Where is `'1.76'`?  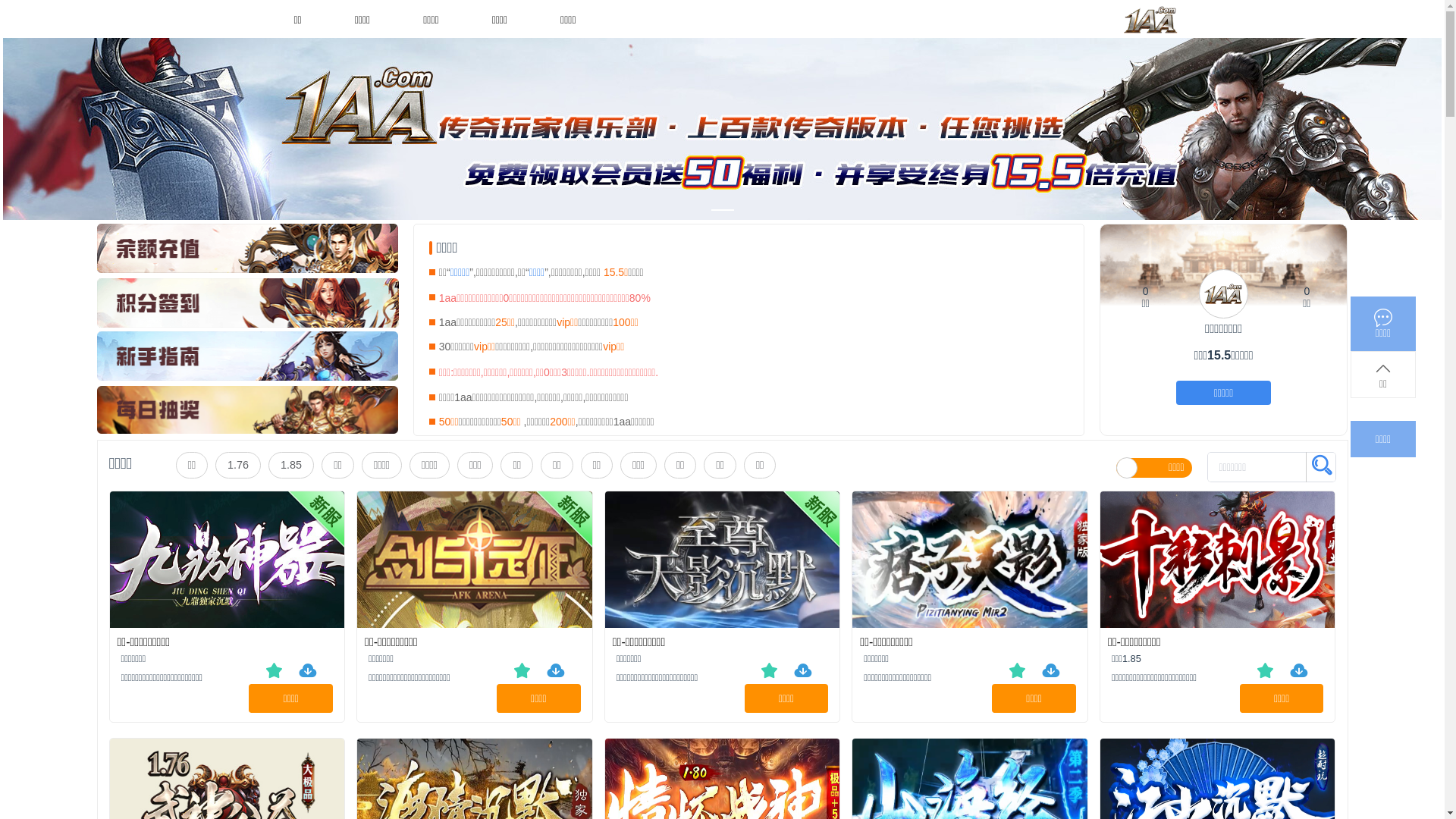
'1.76' is located at coordinates (214, 464).